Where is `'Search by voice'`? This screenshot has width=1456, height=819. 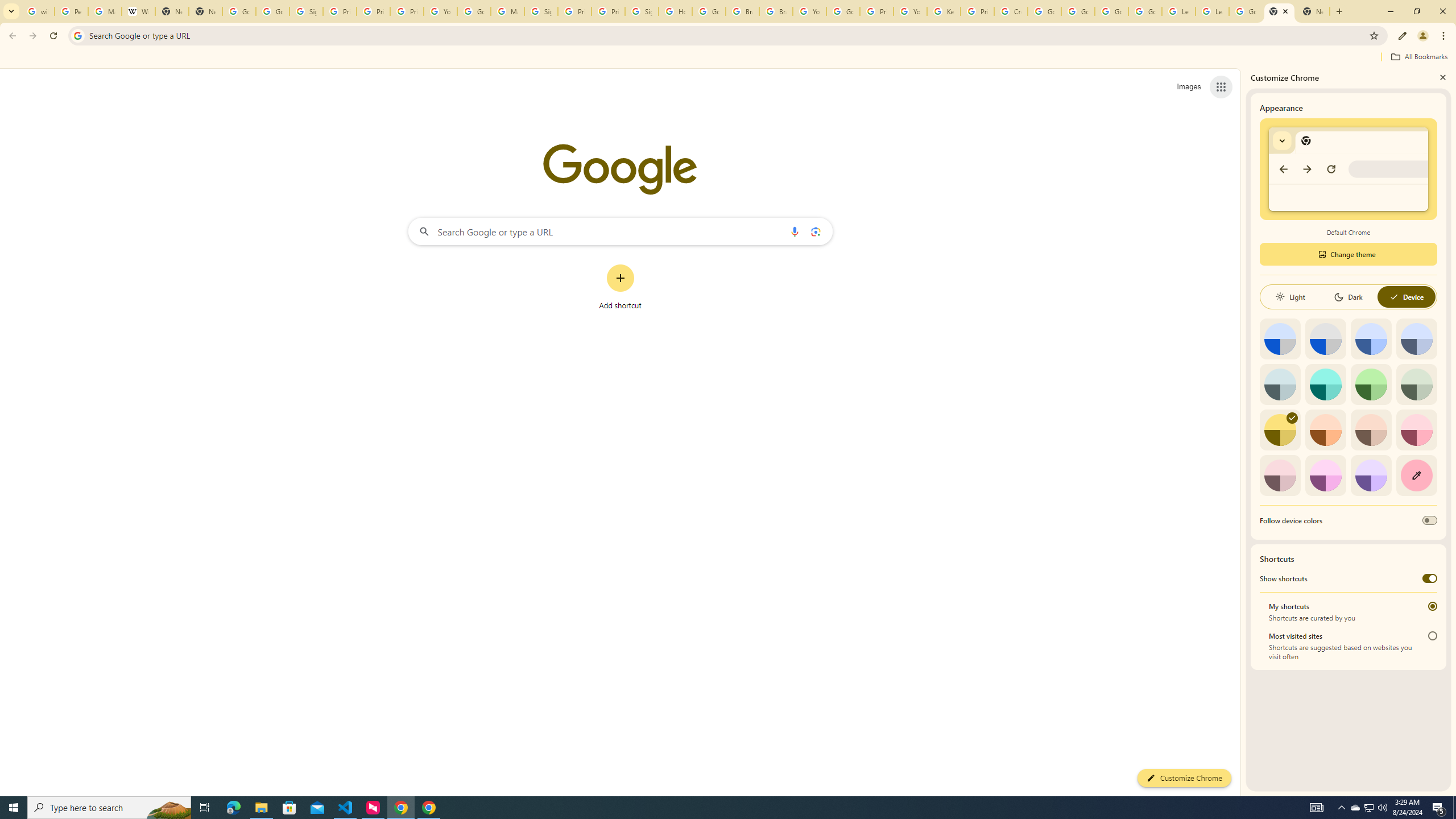
'Search by voice' is located at coordinates (795, 230).